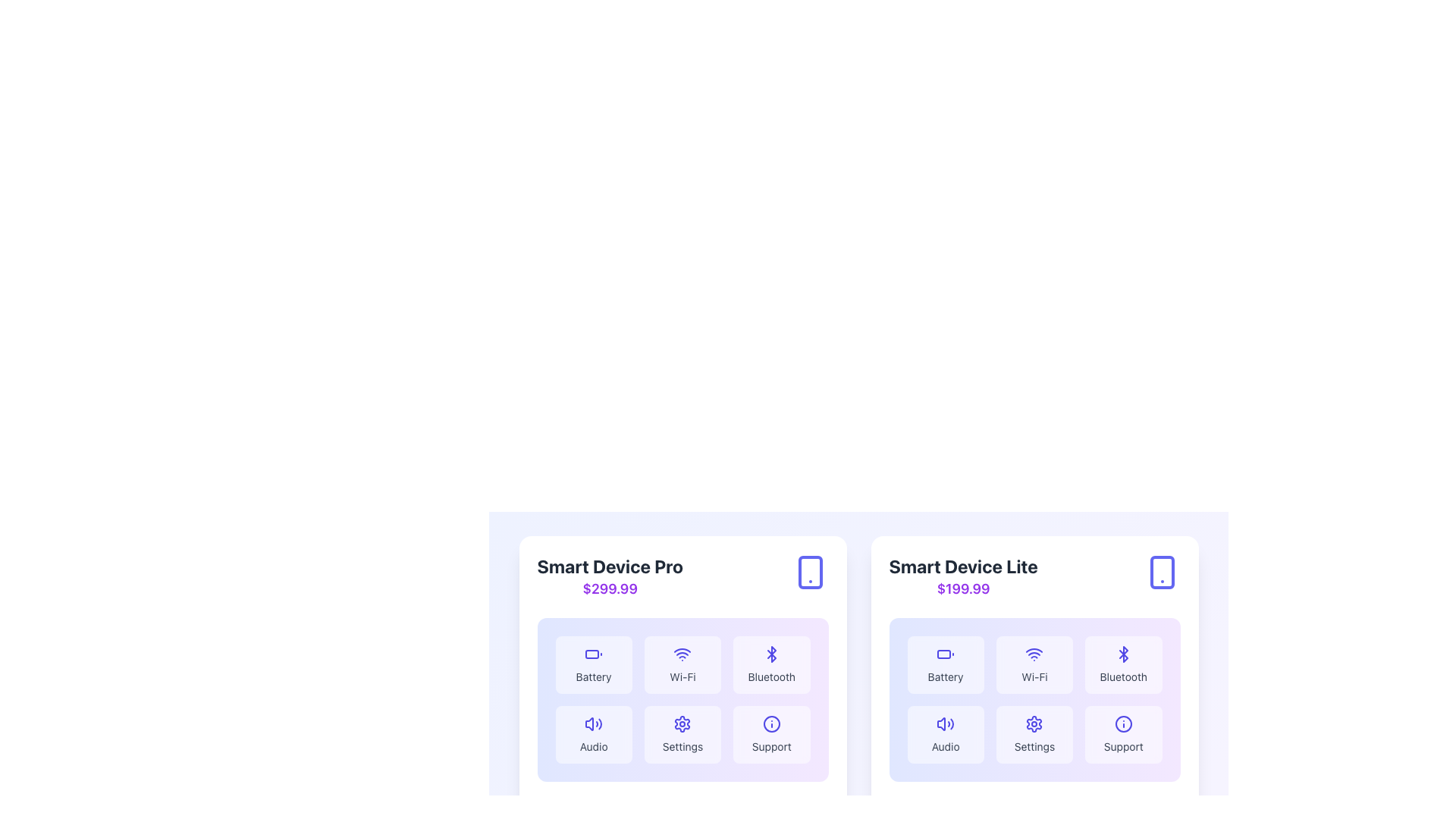 The image size is (1456, 819). What do you see at coordinates (593, 676) in the screenshot?
I see `the static text label displaying 'Battery' within the 'Smart Device Pro' section, which is styled with a small font and gray shade, located under a battery icon` at bounding box center [593, 676].